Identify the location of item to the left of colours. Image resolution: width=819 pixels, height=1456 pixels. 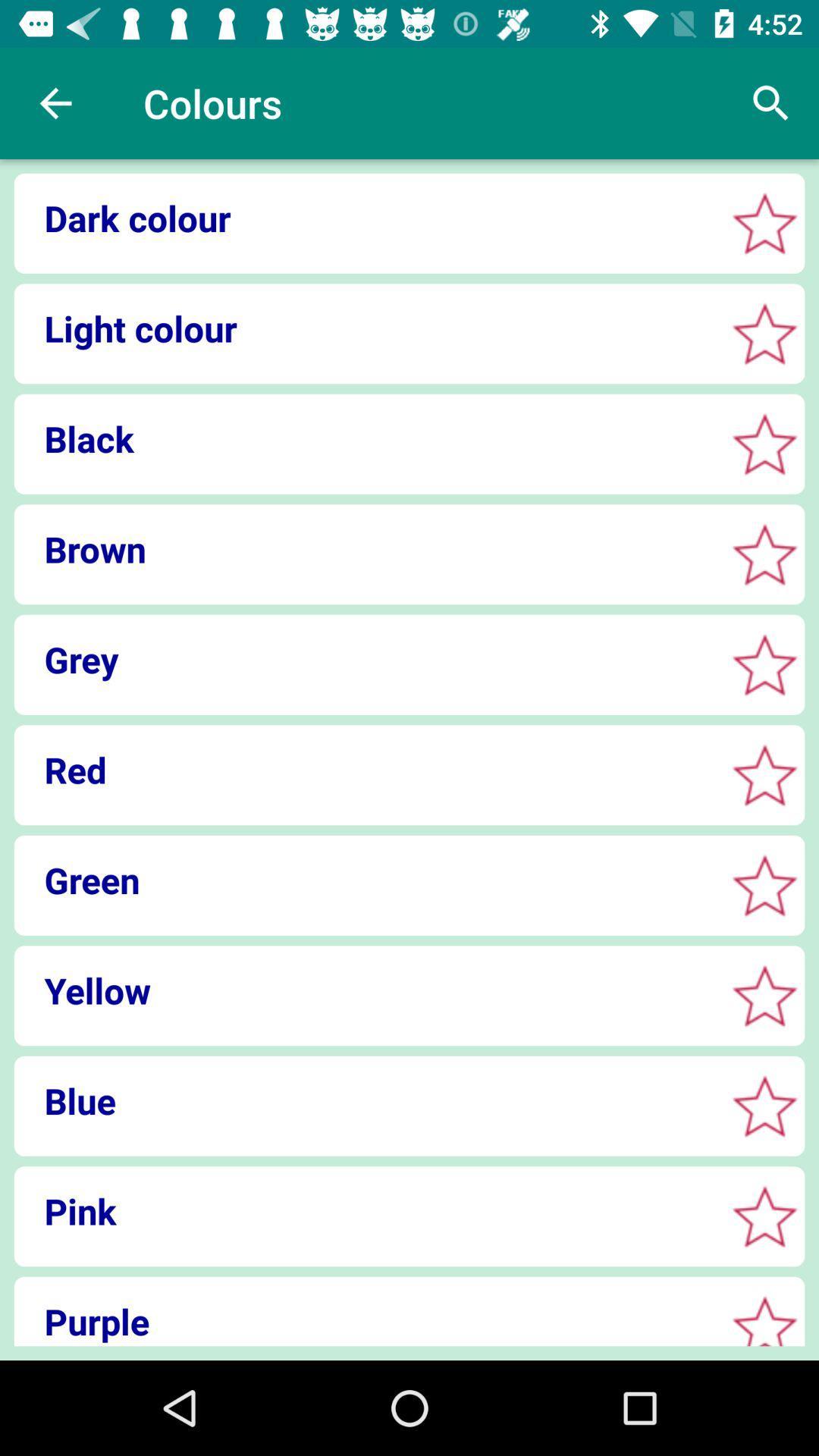
(55, 102).